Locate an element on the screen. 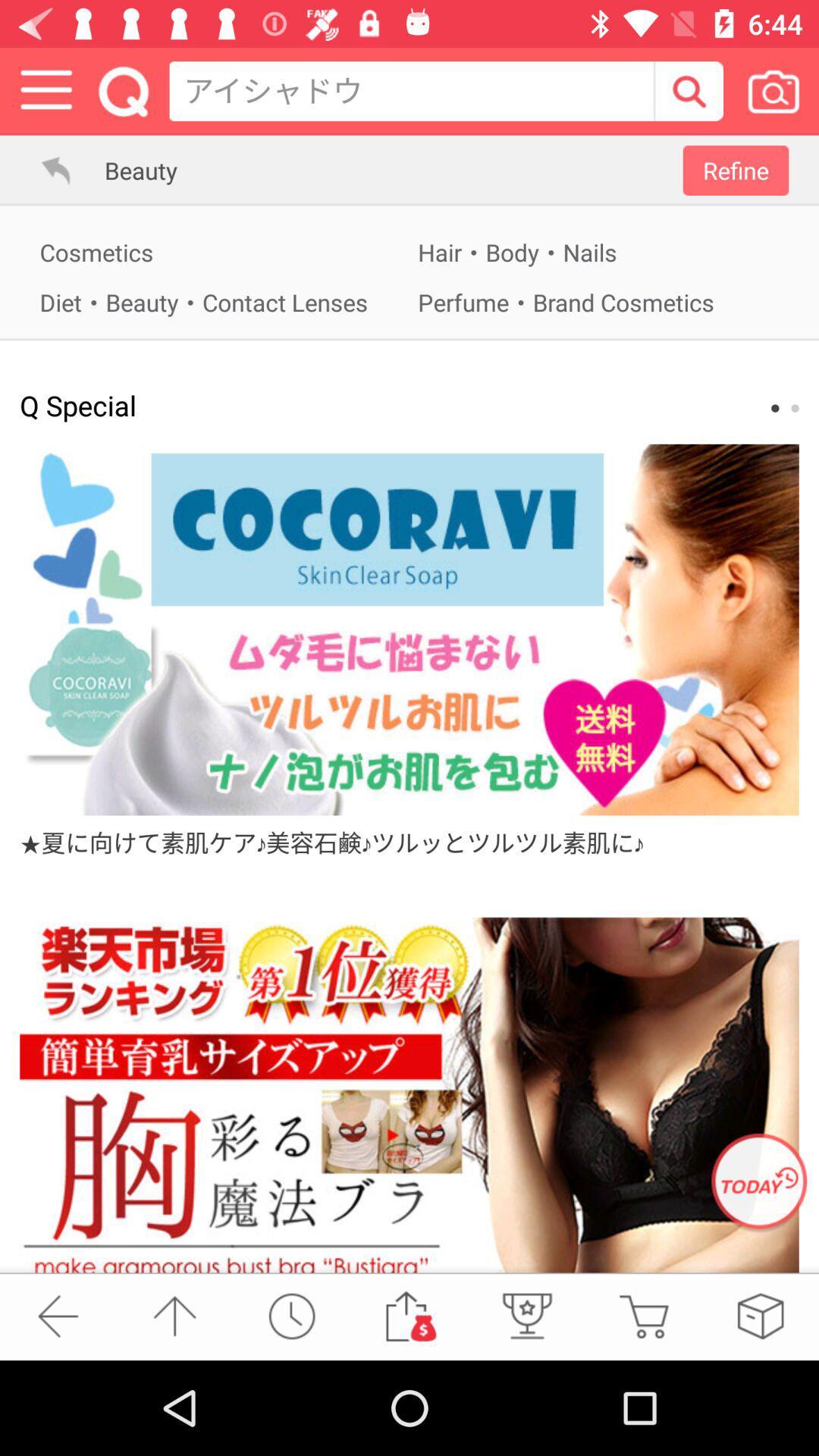 The image size is (819, 1456). buscar is located at coordinates (688, 90).